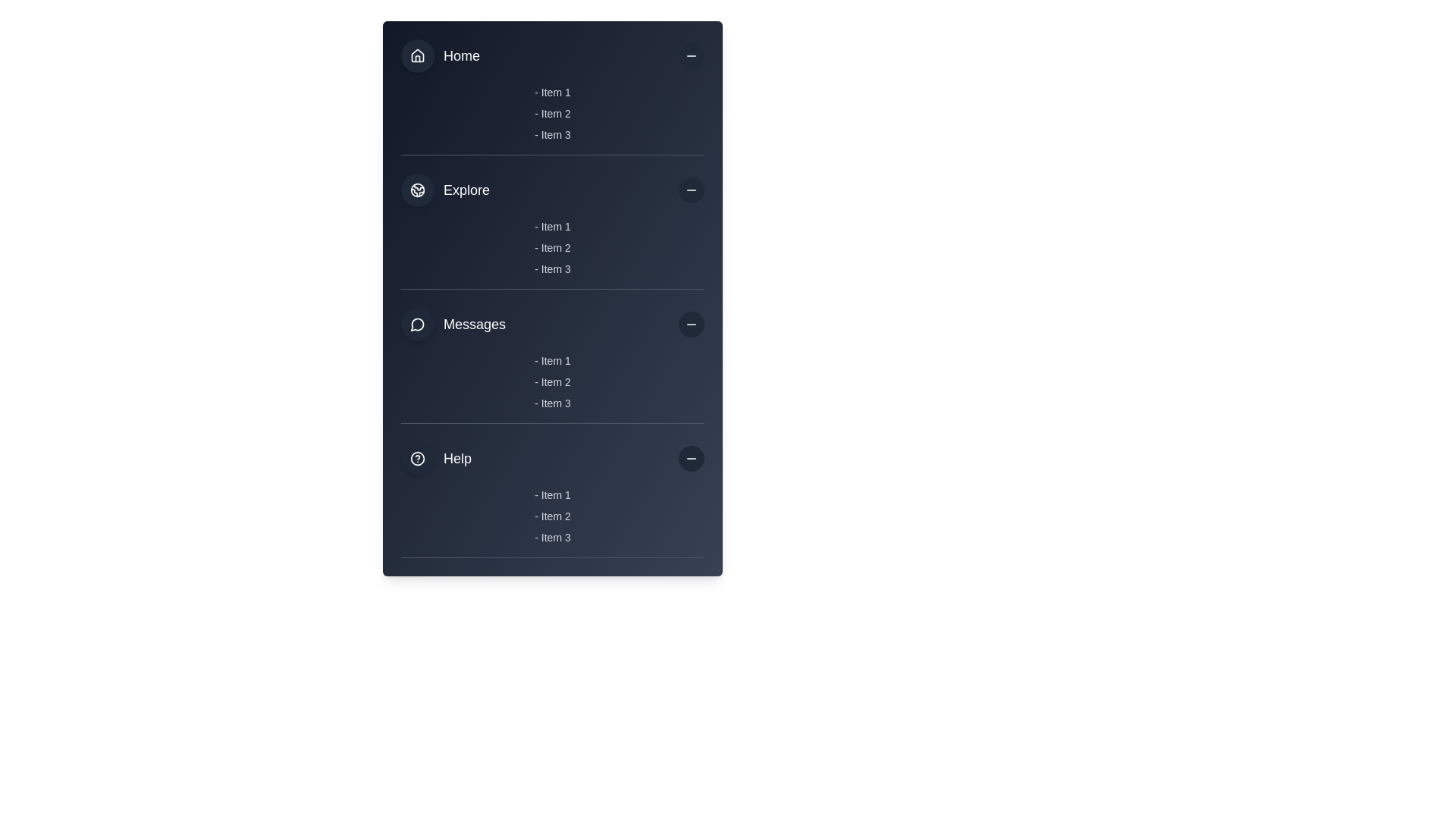  What do you see at coordinates (418, 55) in the screenshot?
I see `the non-interactive 'Home' icon representation in the sidebar menu, which is part of an SVG group` at bounding box center [418, 55].